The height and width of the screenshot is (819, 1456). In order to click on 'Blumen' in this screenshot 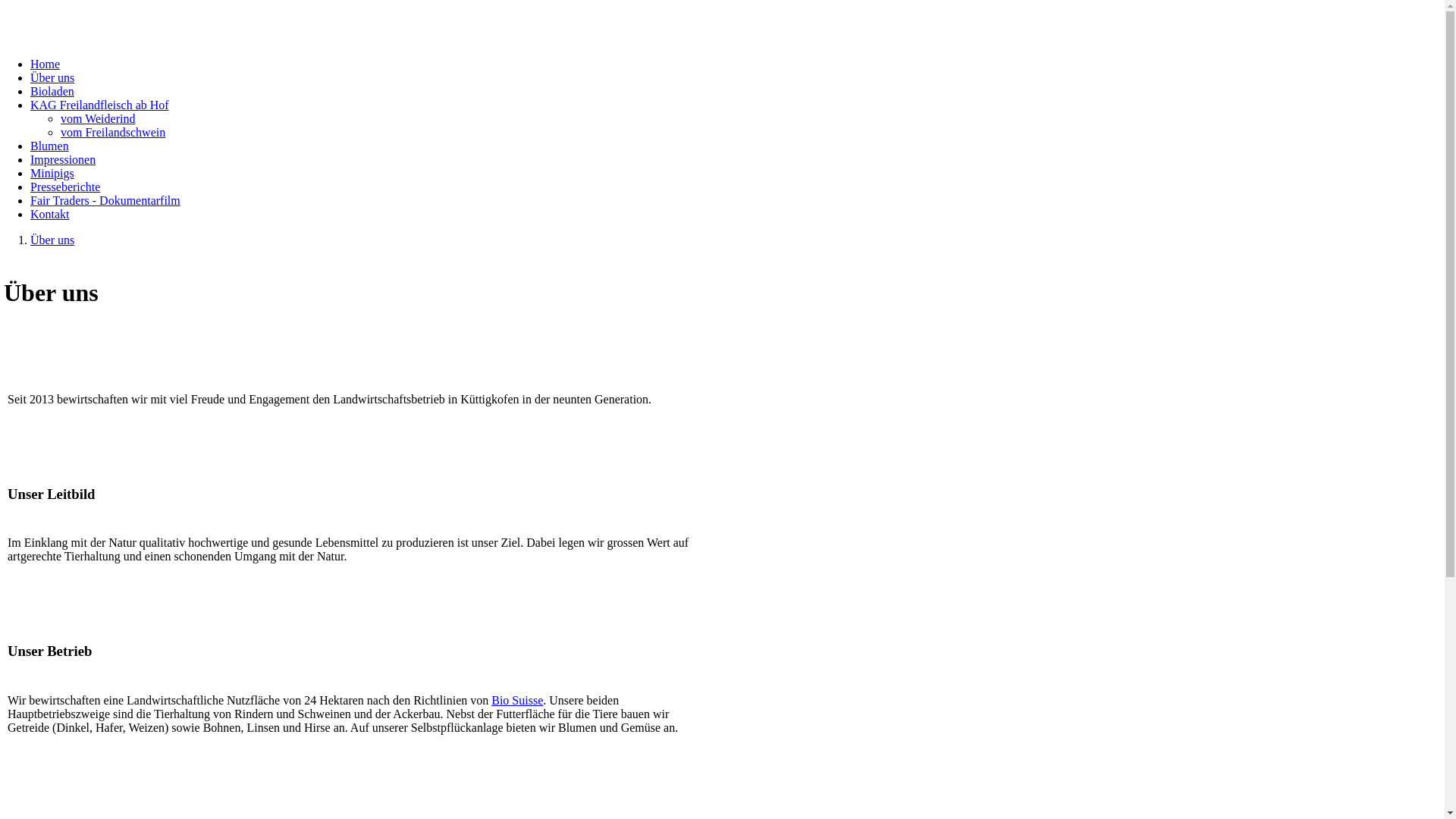, I will do `click(49, 146)`.